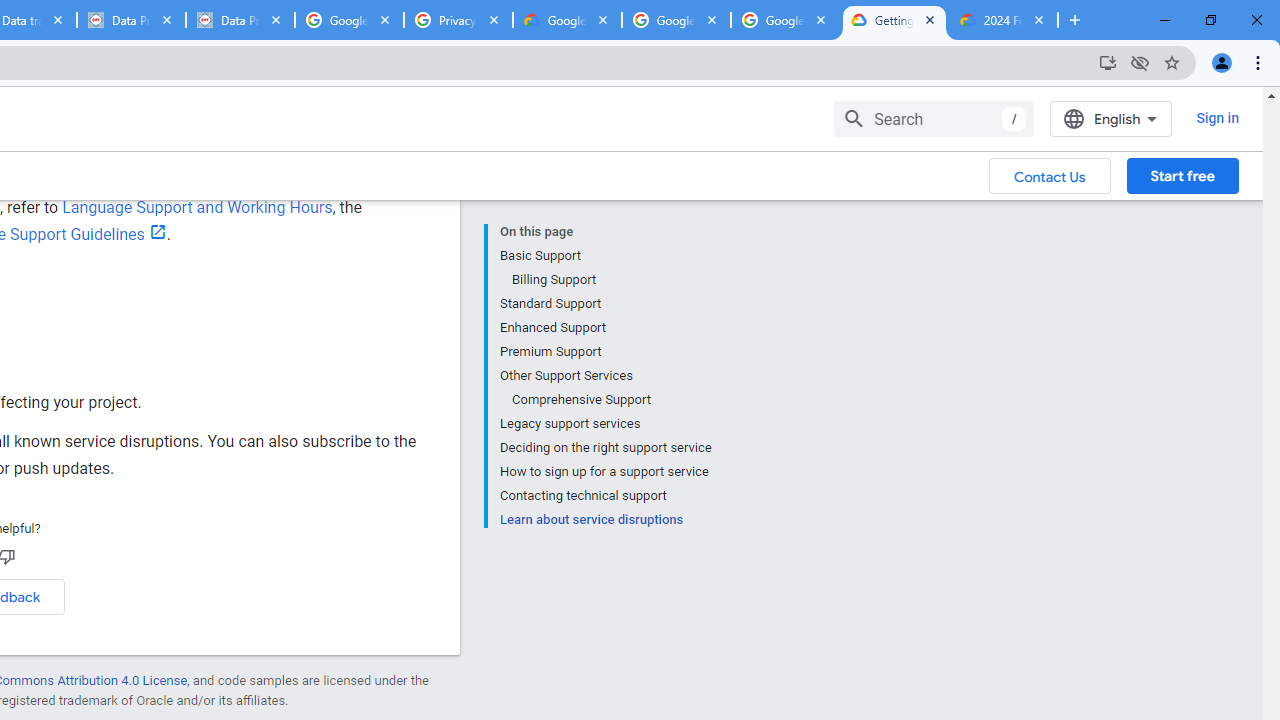 The width and height of the screenshot is (1280, 720). What do you see at coordinates (240, 20) in the screenshot?
I see `'Data Privacy Framework'` at bounding box center [240, 20].